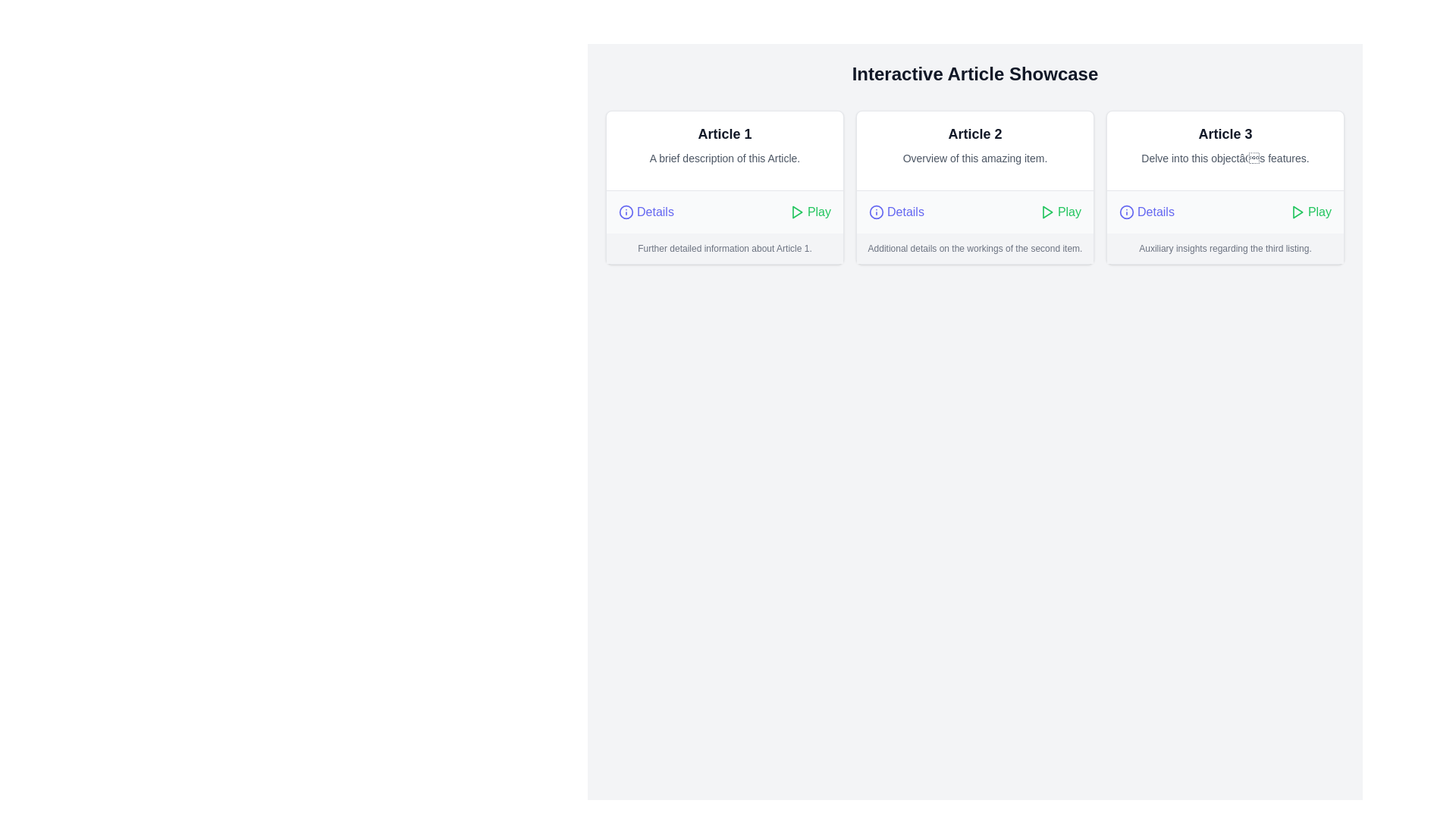 The width and height of the screenshot is (1456, 819). Describe the element at coordinates (905, 212) in the screenshot. I see `the 'Details' text link styled in blue, which is positioned to the right of the information icon for the second article` at that location.